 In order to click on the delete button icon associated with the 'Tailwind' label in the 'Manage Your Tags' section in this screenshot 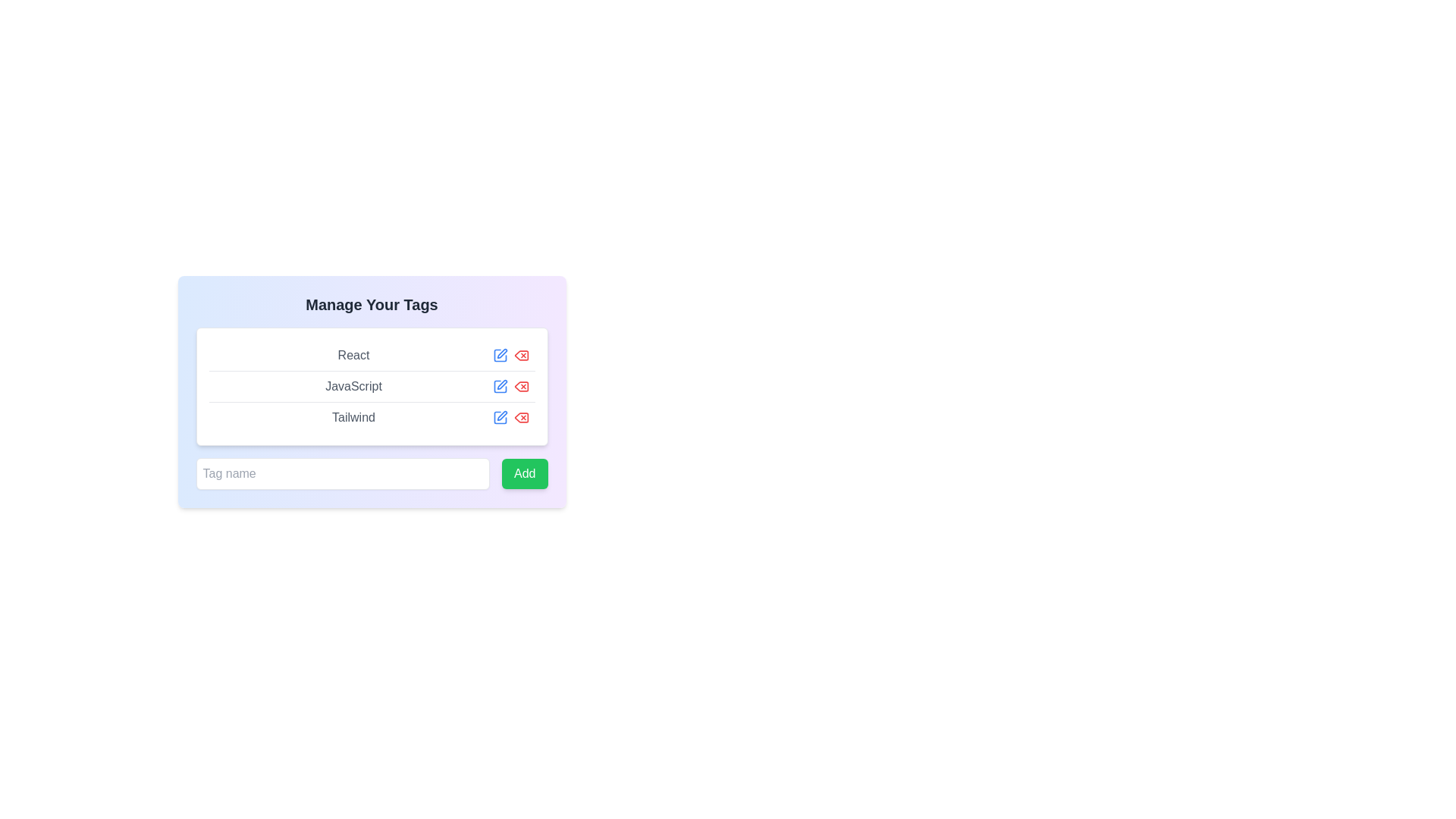, I will do `click(521, 418)`.